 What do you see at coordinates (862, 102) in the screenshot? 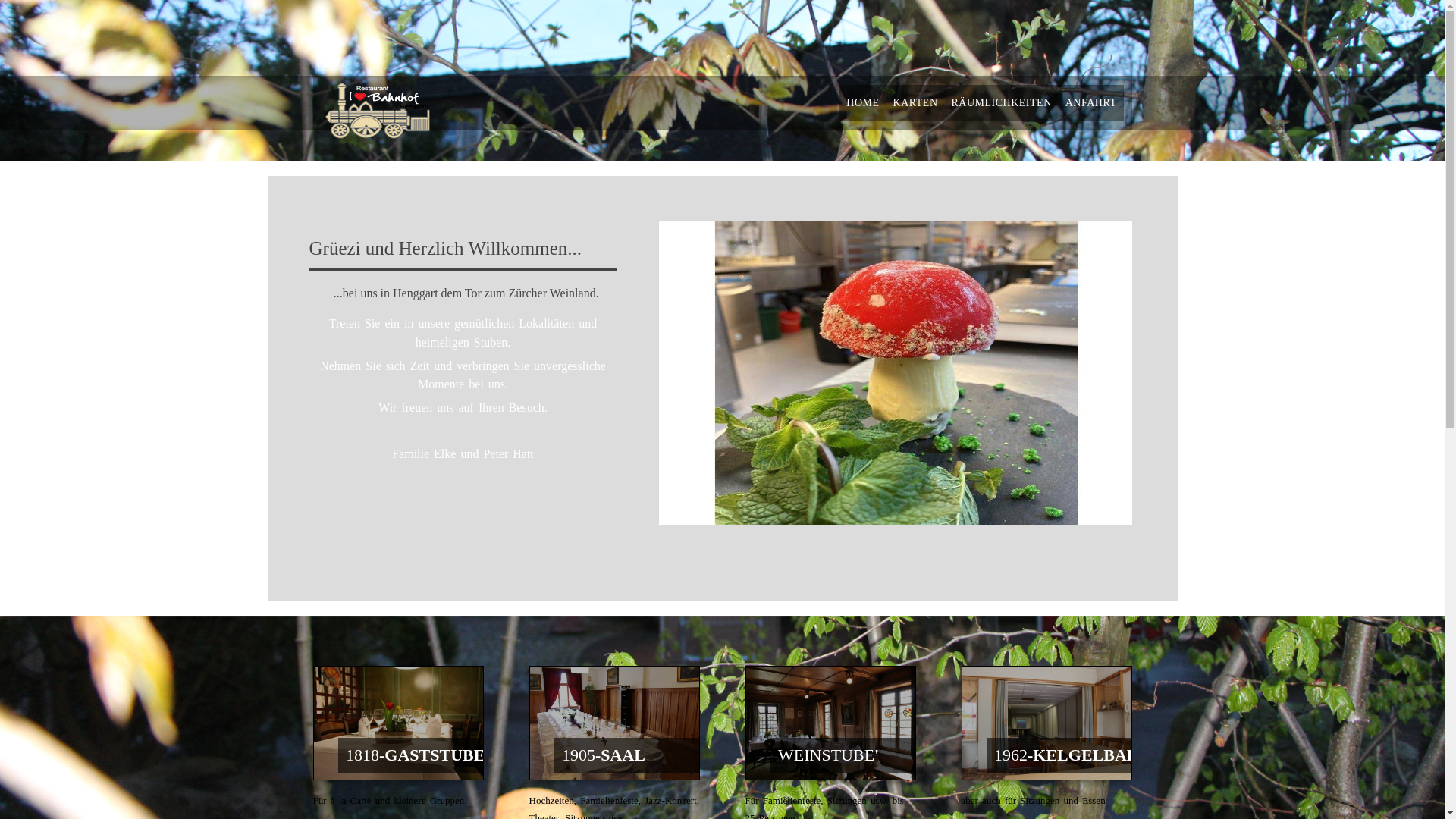
I see `'HOME'` at bounding box center [862, 102].